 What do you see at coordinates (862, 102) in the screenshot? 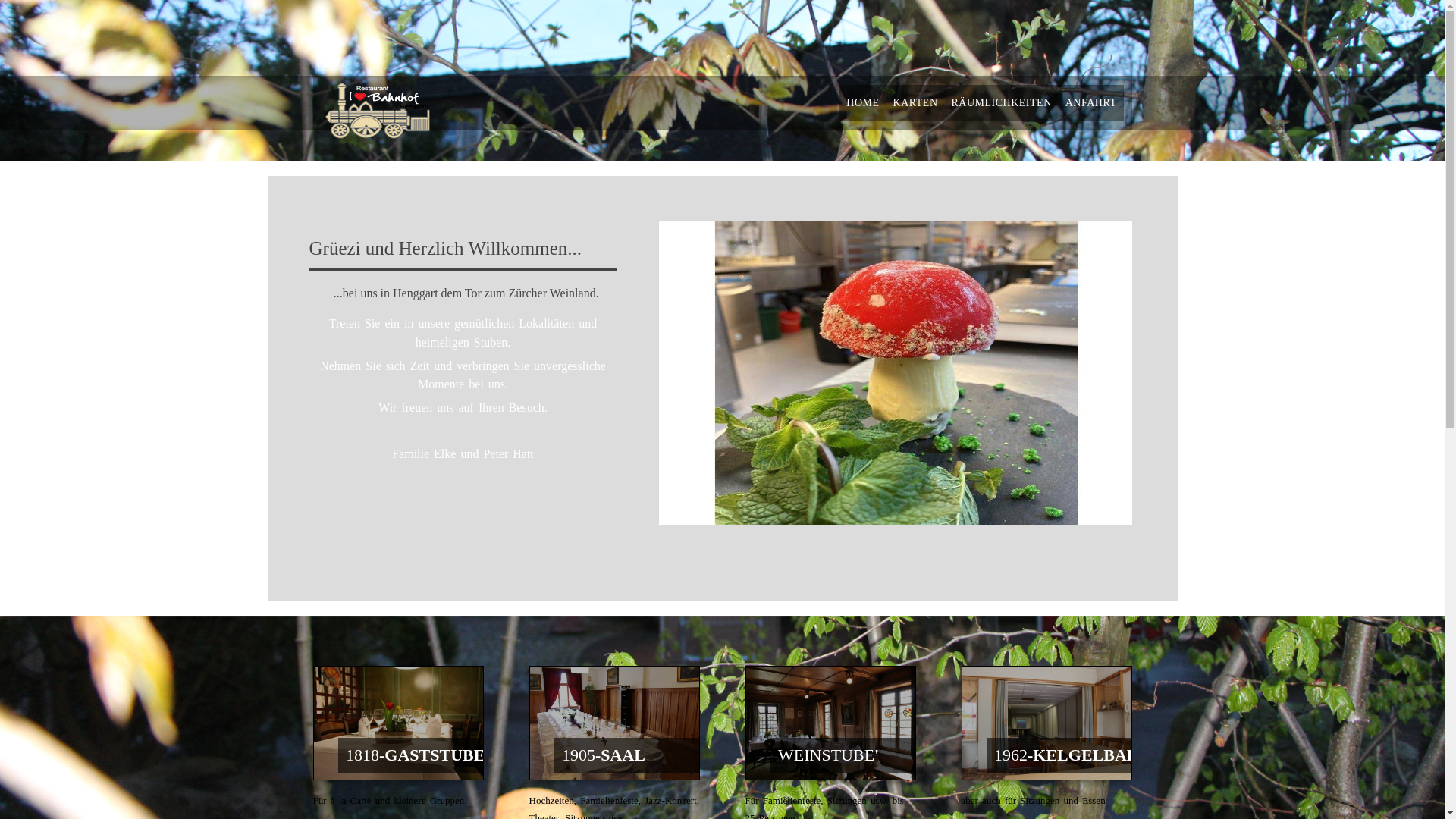
I see `'HOME'` at bounding box center [862, 102].